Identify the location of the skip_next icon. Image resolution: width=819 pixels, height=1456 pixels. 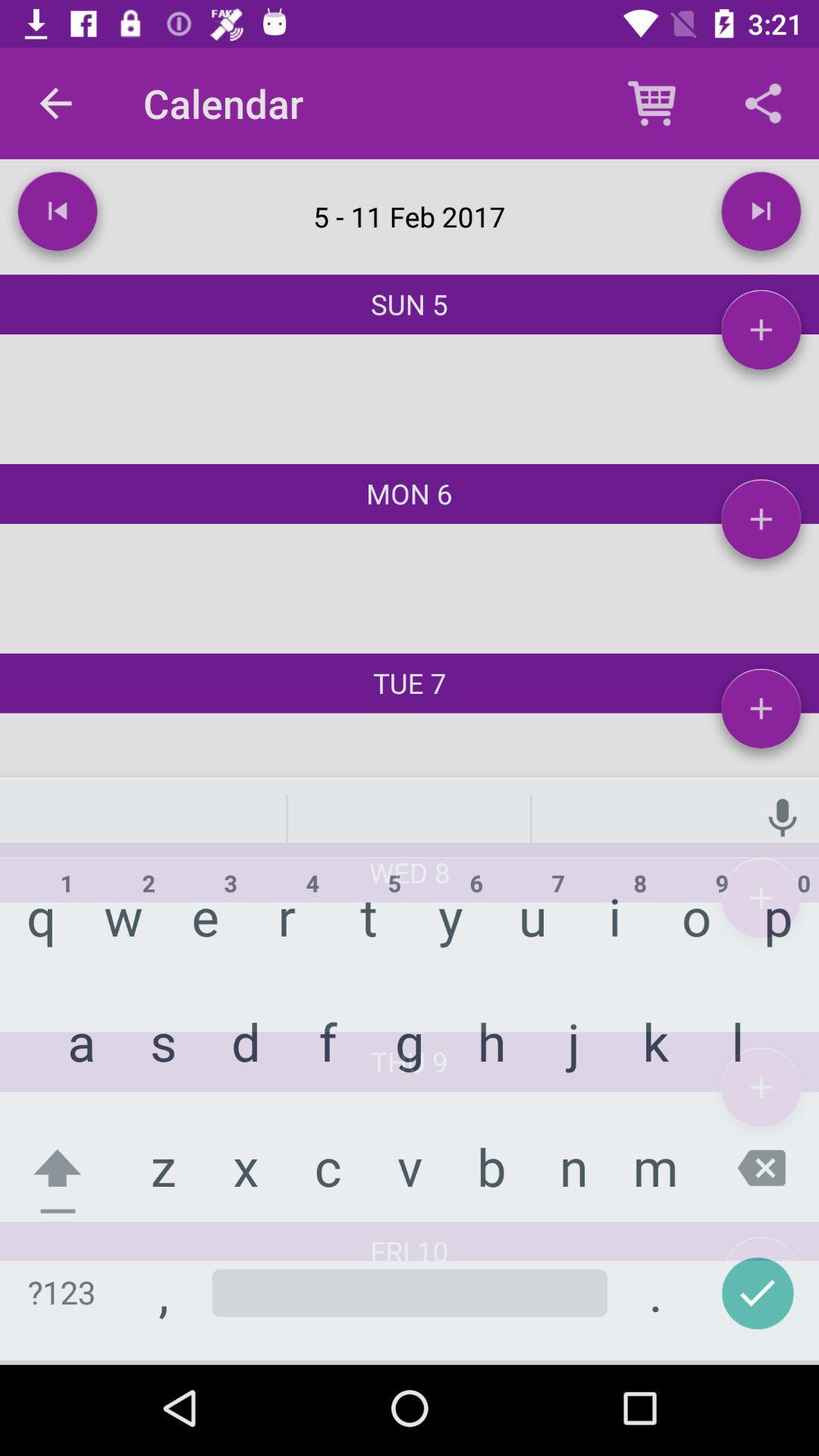
(761, 216).